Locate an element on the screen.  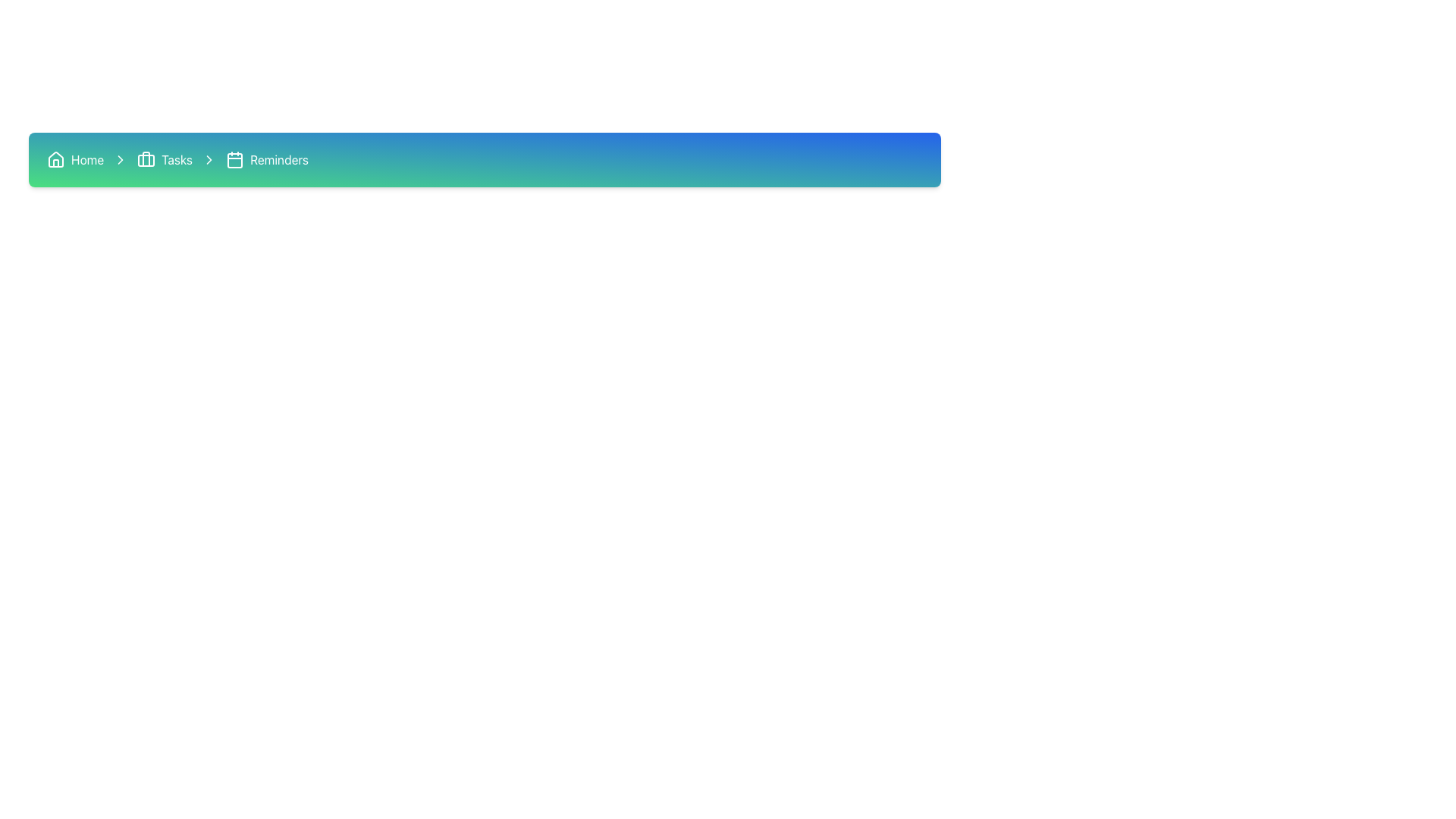
the 'Tasks' Breadcrumb navigation item, which displays a briefcase icon and is styled with a green to blue gradient background is located at coordinates (165, 160).